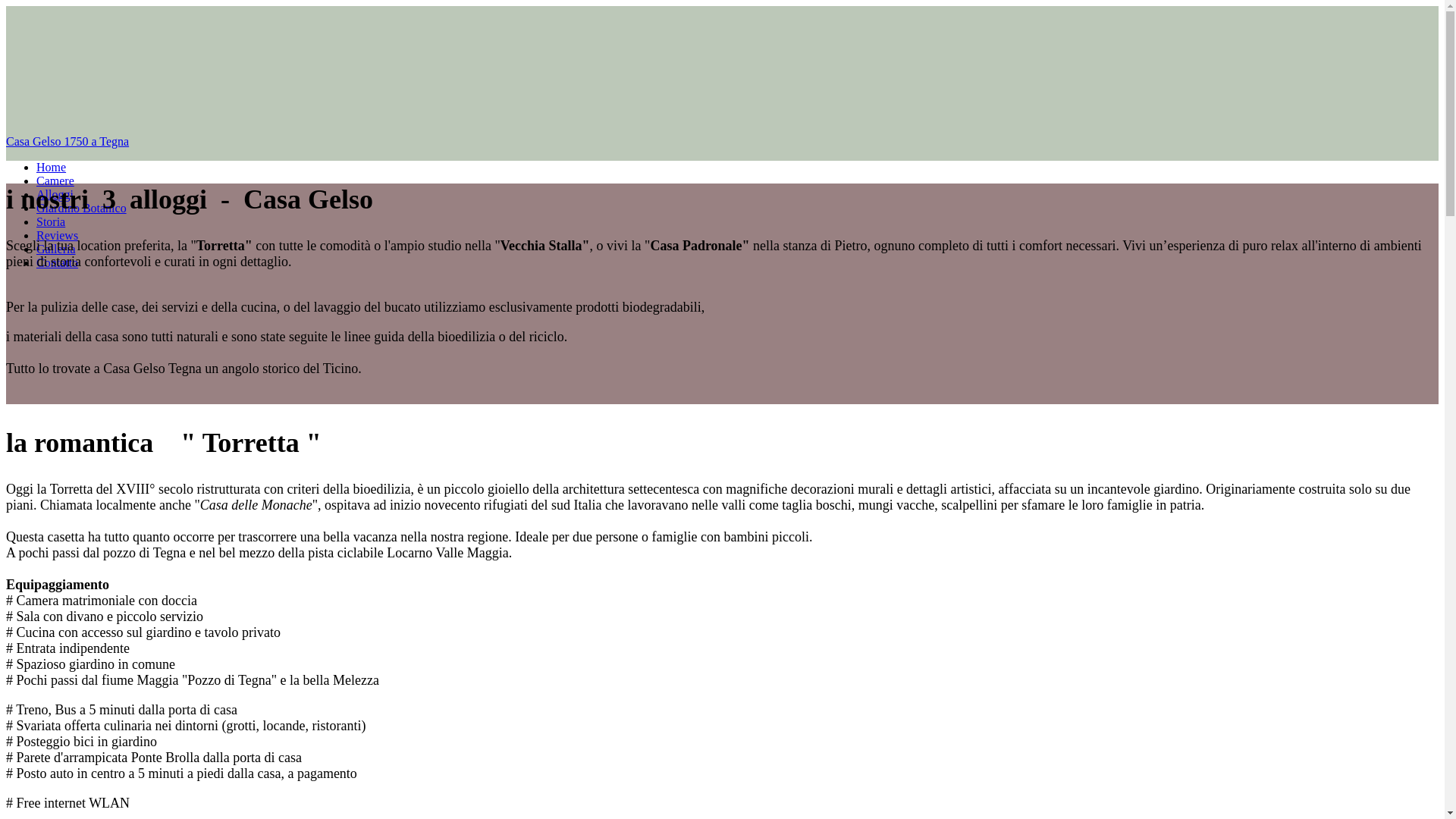  I want to click on 'Giardino Botanico', so click(36, 208).